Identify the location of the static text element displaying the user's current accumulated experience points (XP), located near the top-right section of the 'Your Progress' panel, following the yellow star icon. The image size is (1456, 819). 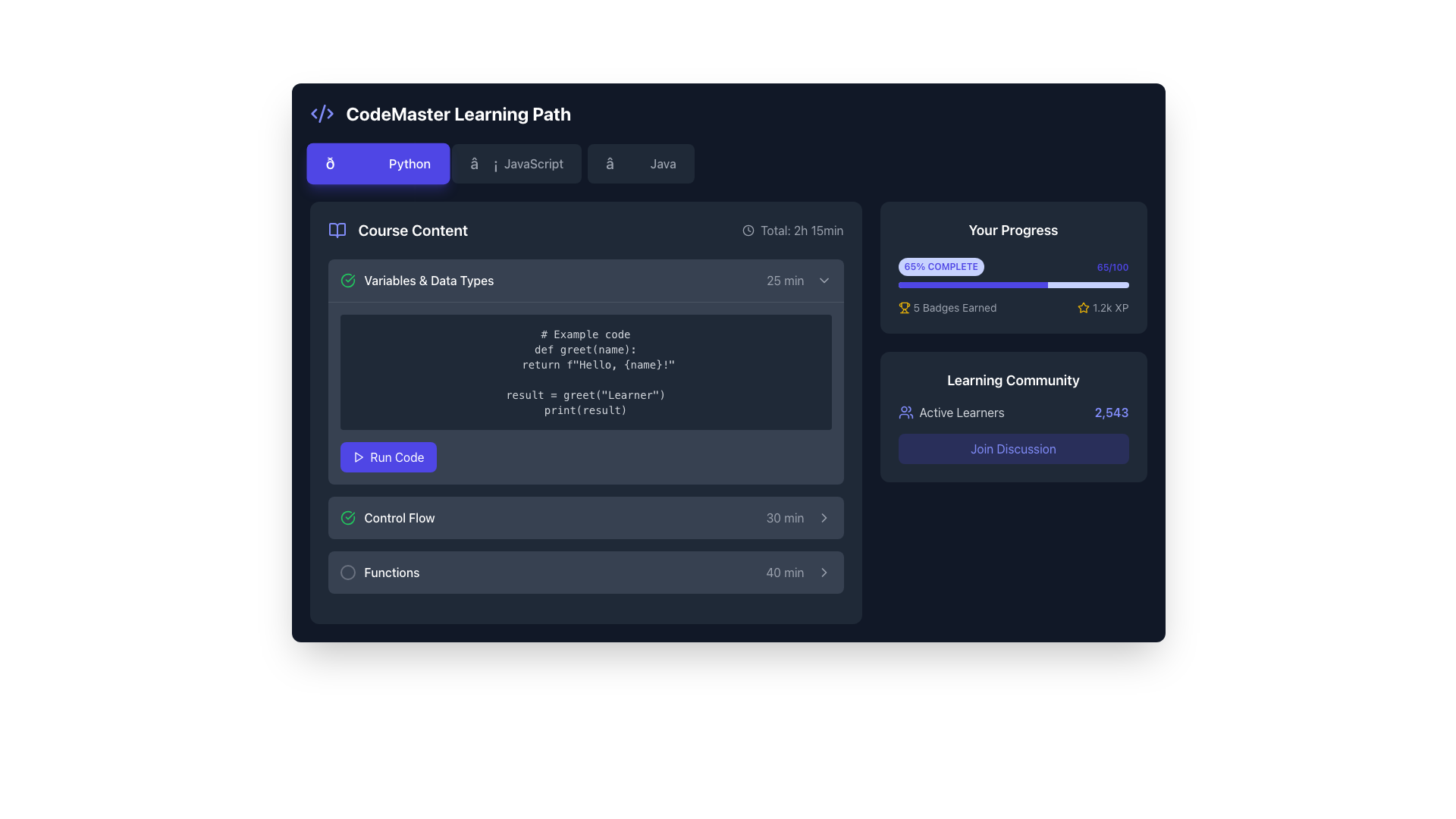
(1110, 307).